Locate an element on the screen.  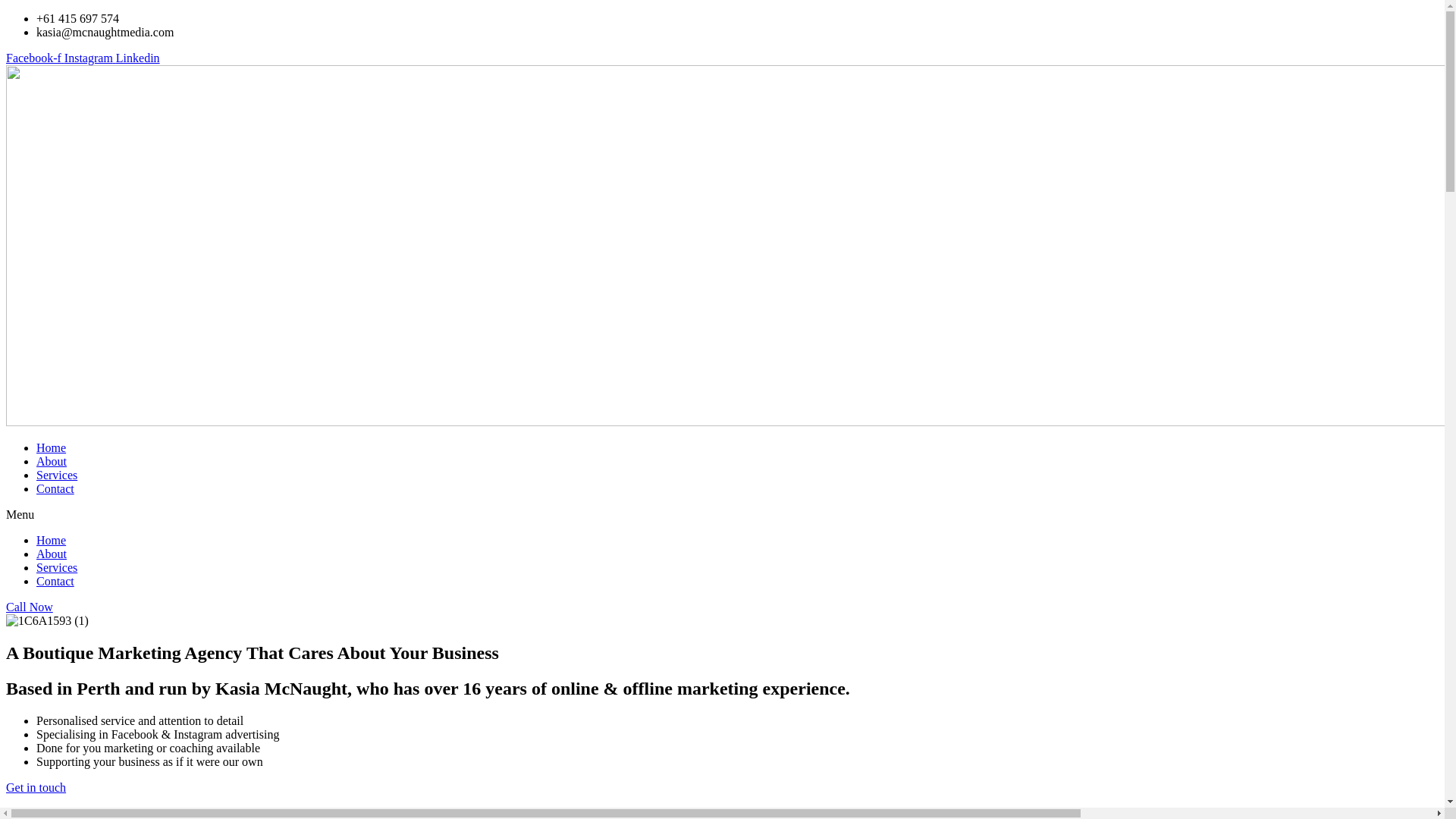
'Call Now' is located at coordinates (6, 607).